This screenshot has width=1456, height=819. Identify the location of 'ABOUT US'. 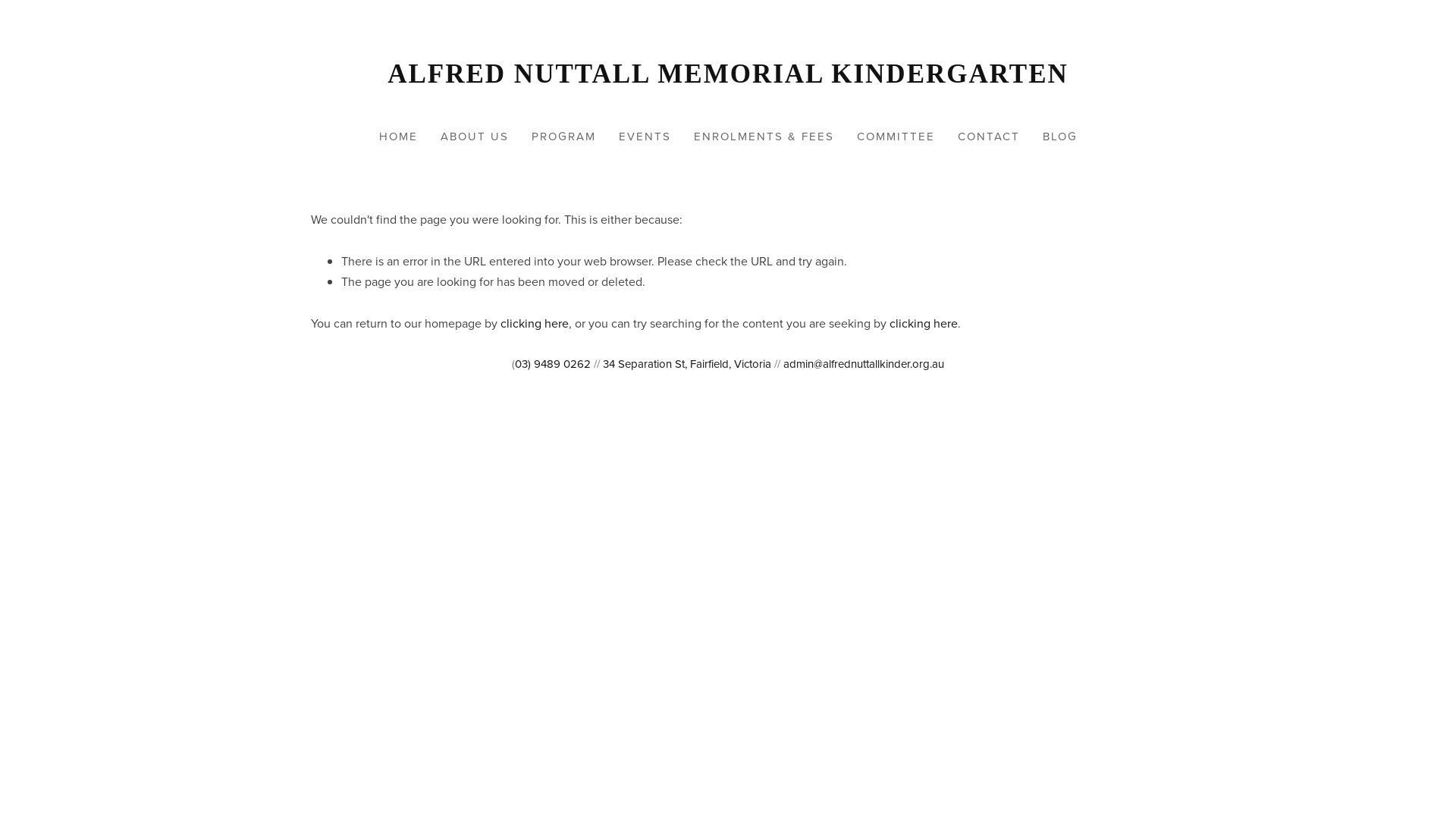
(472, 136).